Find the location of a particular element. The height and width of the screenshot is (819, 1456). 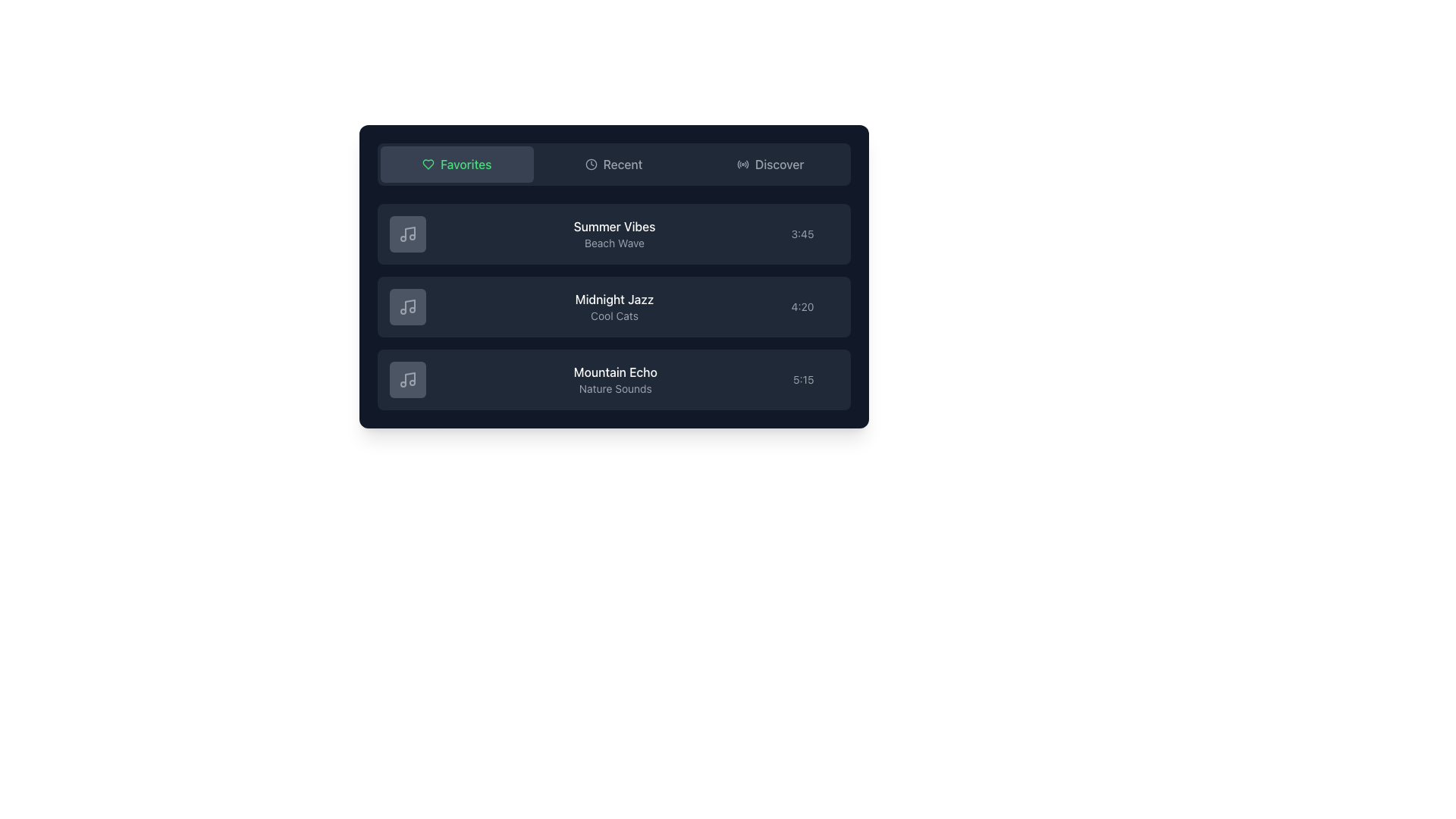

the square icon with a dark gray background and a white music note symbol, located at the leftmost position in the row for 'Midnight Jazz' and 'Cool Cats' is located at coordinates (407, 307).